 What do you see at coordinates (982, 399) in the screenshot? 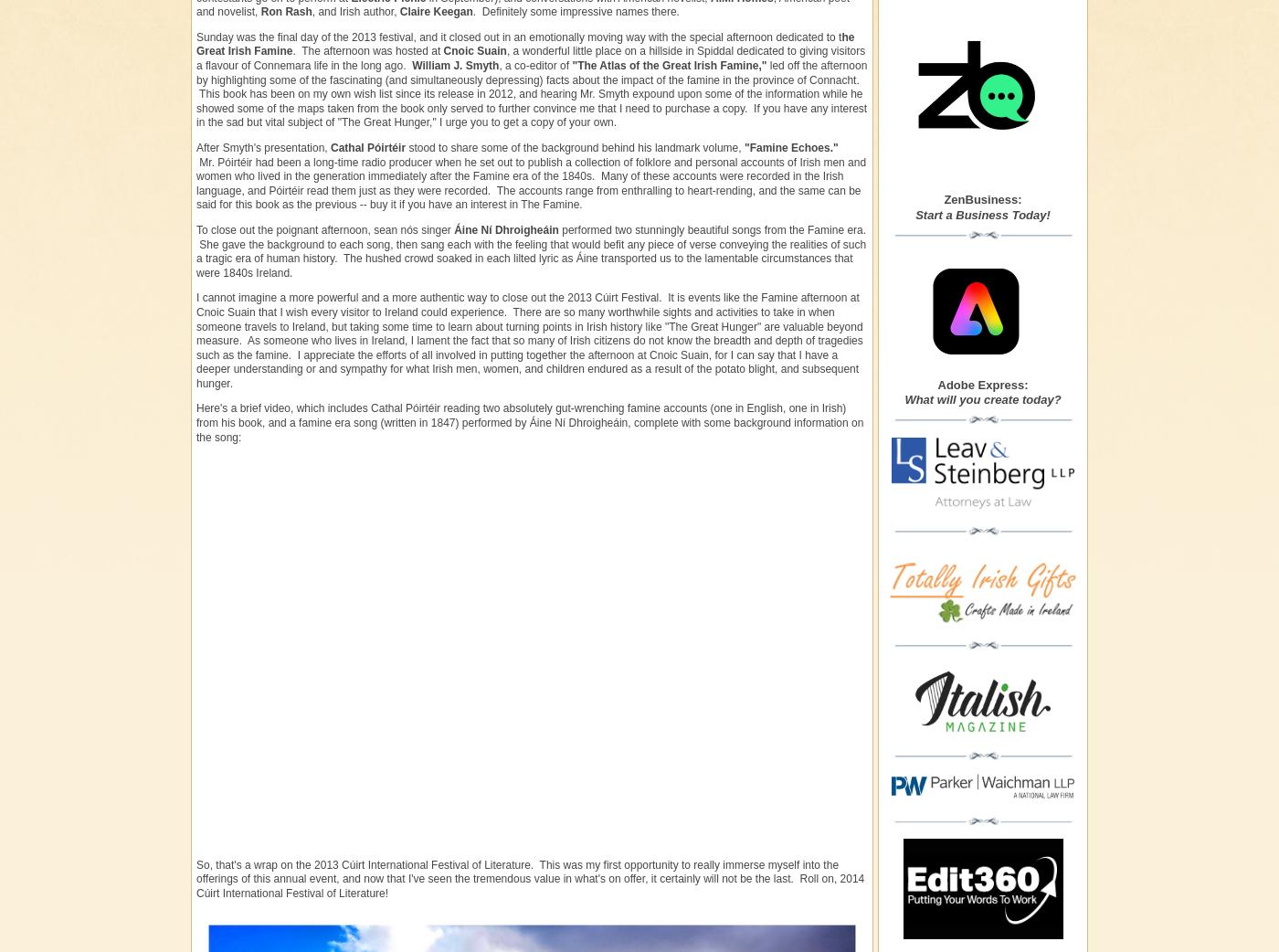
I see `'What will you create today?'` at bounding box center [982, 399].